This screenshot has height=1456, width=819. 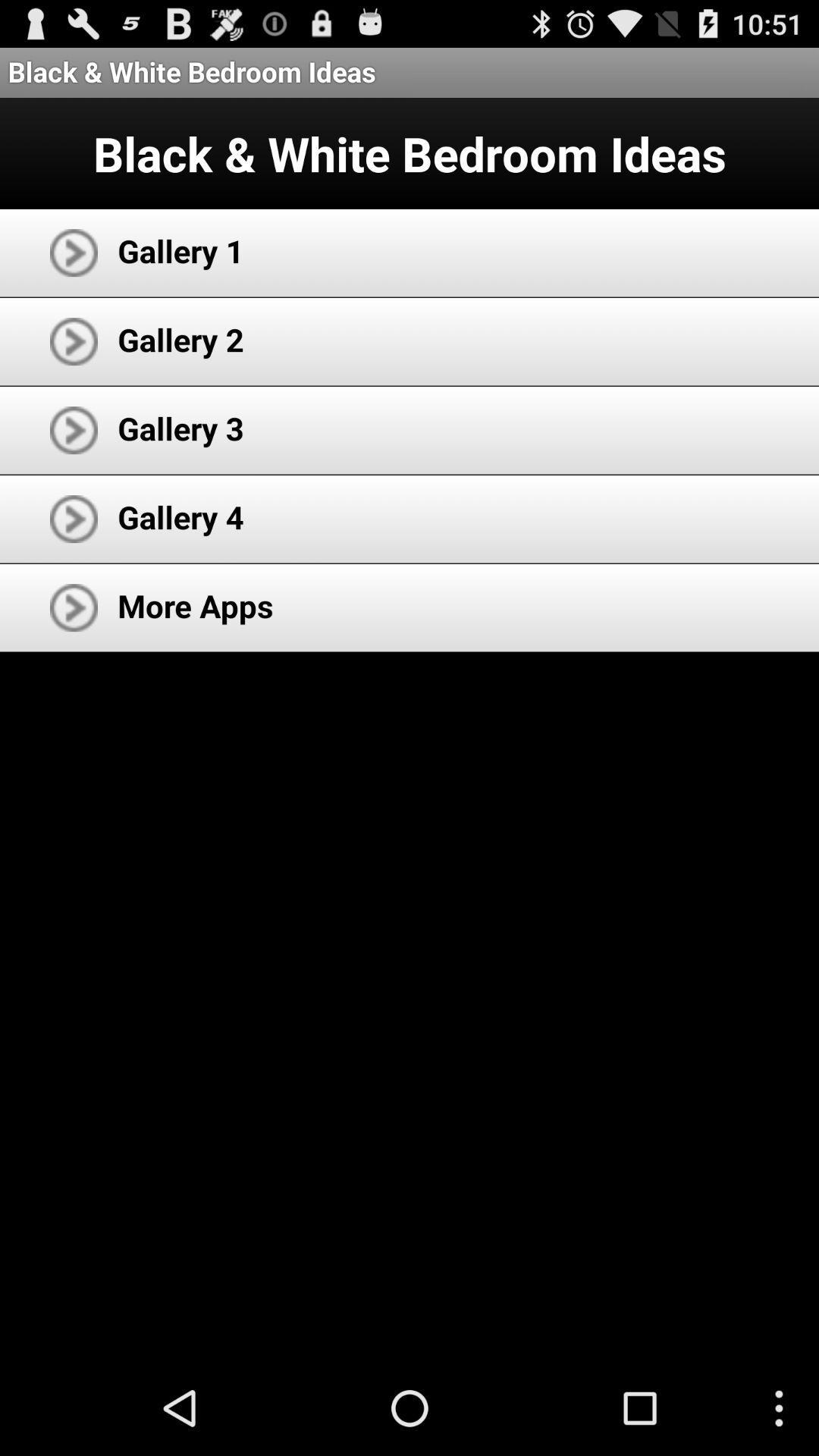 I want to click on item above the more apps, so click(x=180, y=516).